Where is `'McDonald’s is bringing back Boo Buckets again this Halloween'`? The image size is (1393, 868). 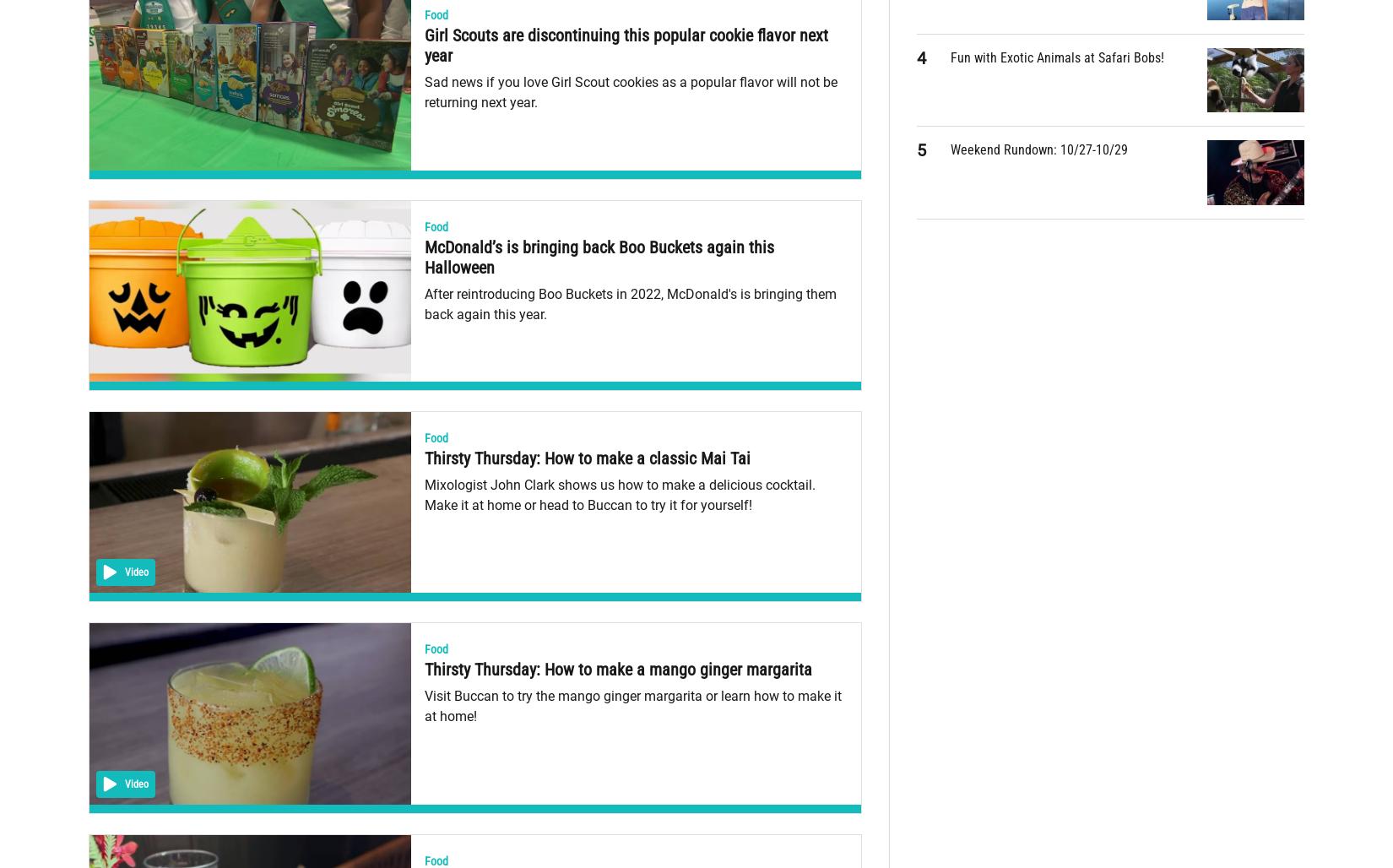 'McDonald’s is bringing back Boo Buckets again this Halloween' is located at coordinates (598, 256).